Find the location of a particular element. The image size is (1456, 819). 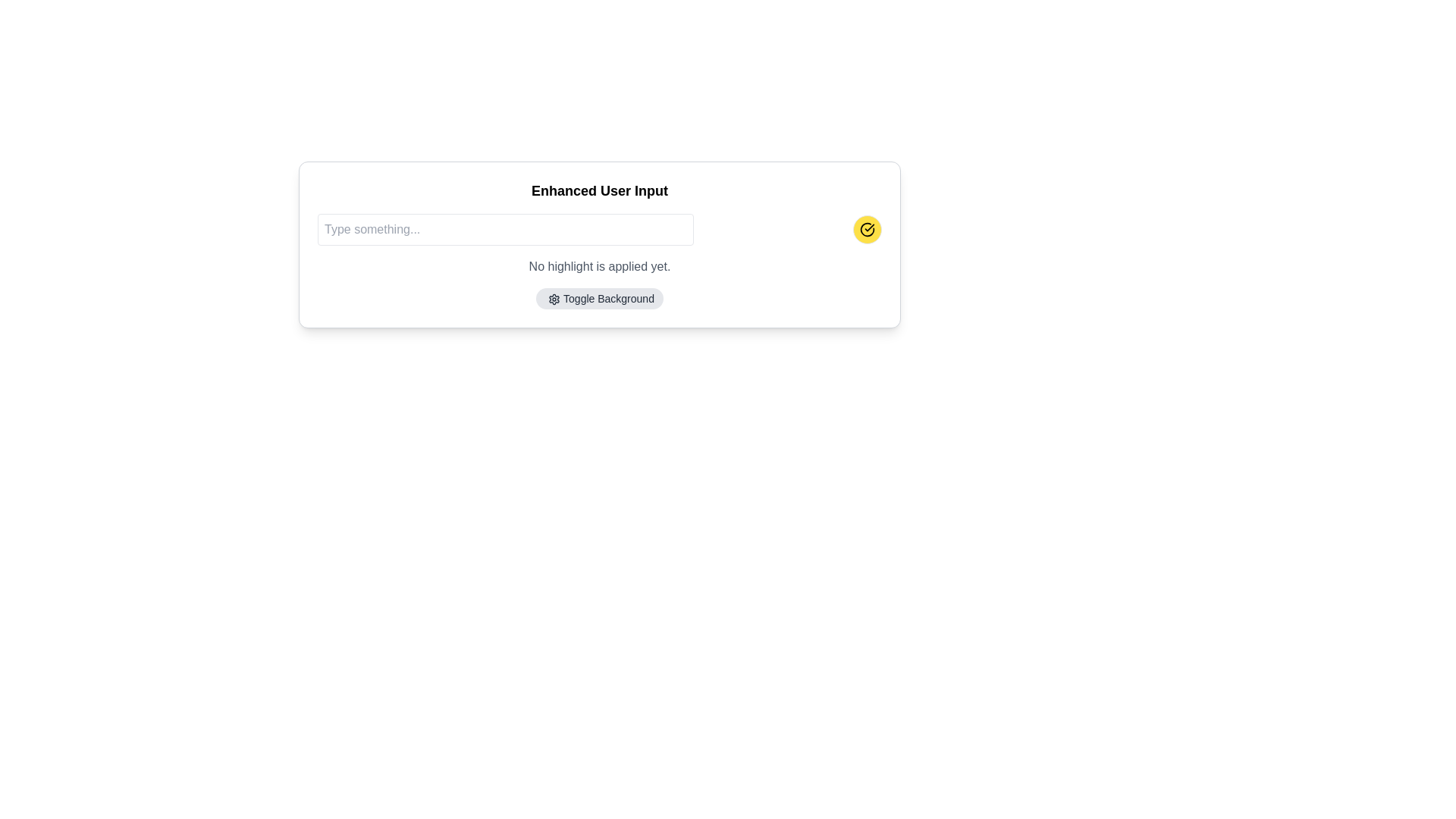

the status Text Label indicating that no highlights are currently applied, which is located underneath the 'Type something...' text input box and above the 'Toggle Background' button is located at coordinates (599, 265).